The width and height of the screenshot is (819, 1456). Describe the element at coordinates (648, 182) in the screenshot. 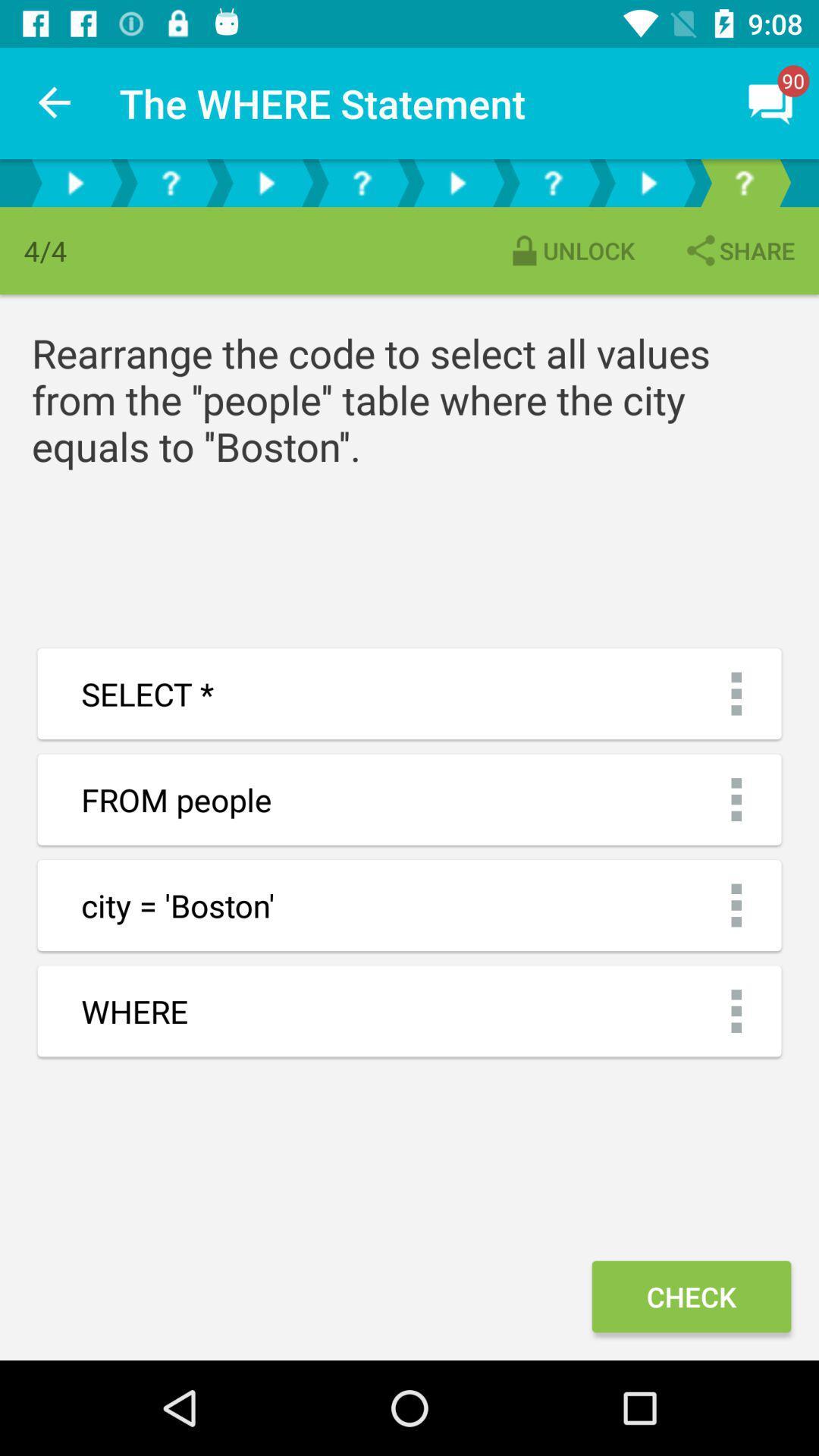

I see `the play icon` at that location.